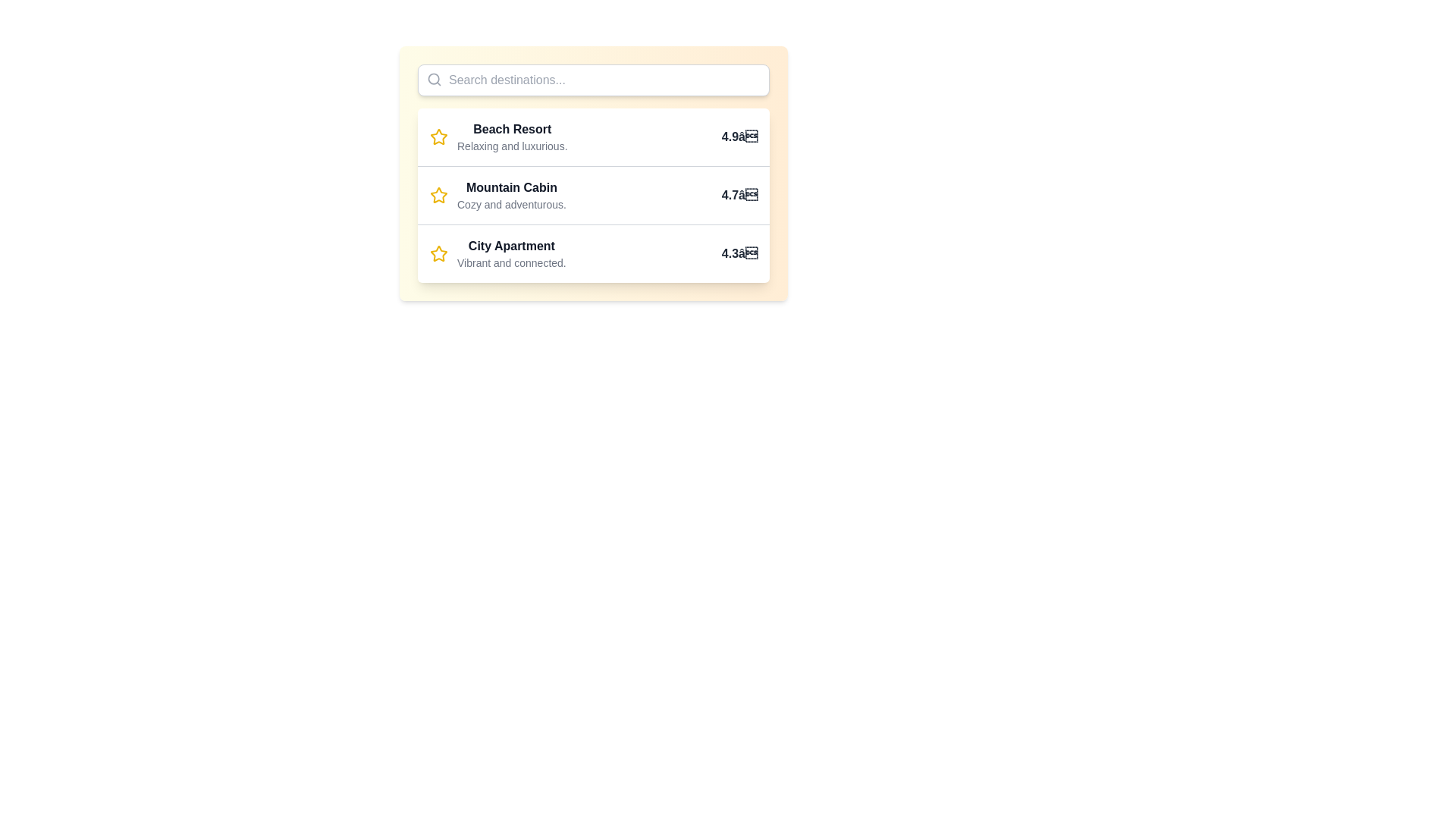 This screenshot has height=819, width=1456. What do you see at coordinates (511, 262) in the screenshot?
I see `the descriptive text label that provides additional information related to the 'City Apartment' listing, located below the main heading and above a horizontal separator` at bounding box center [511, 262].